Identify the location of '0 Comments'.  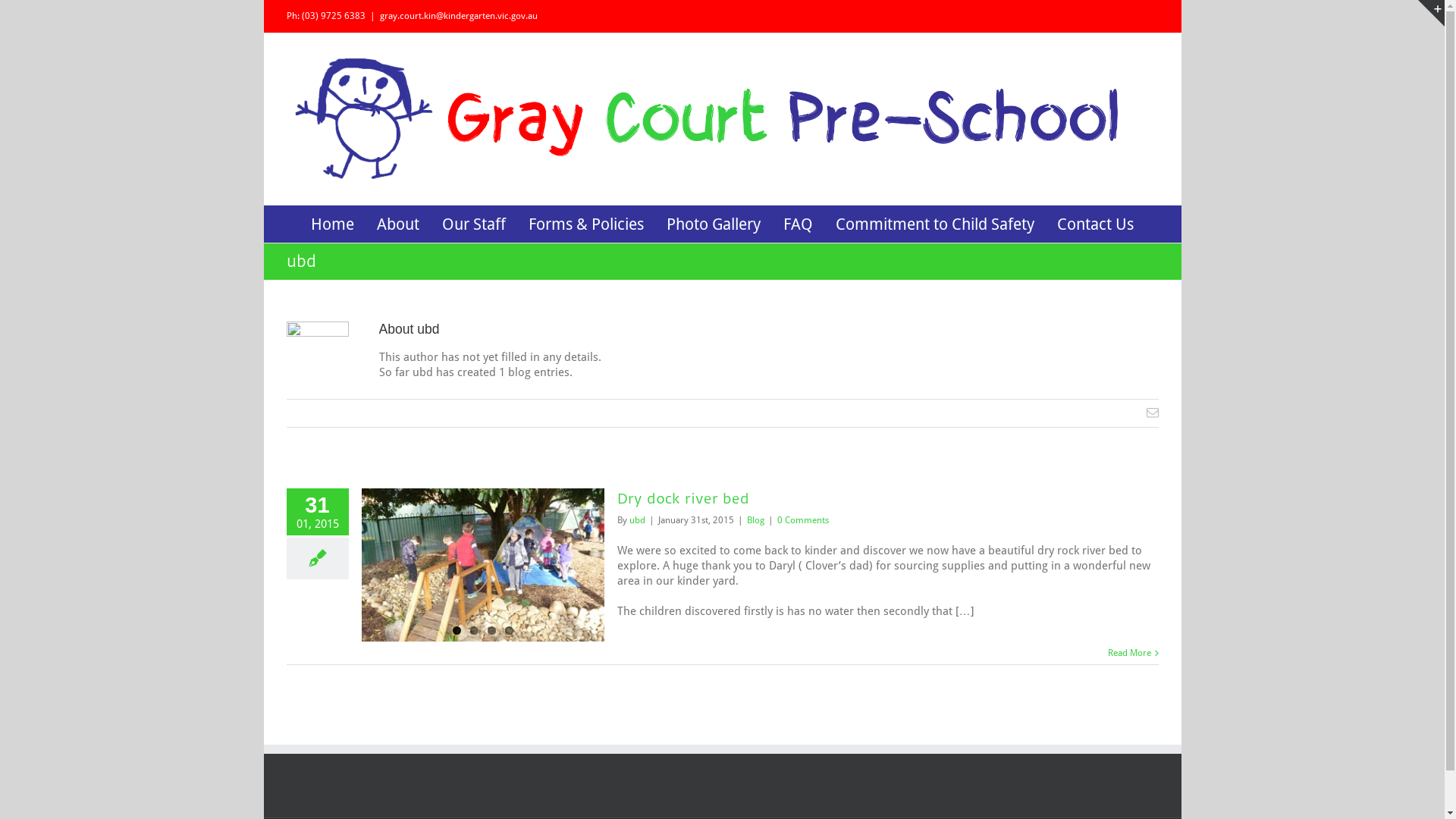
(801, 519).